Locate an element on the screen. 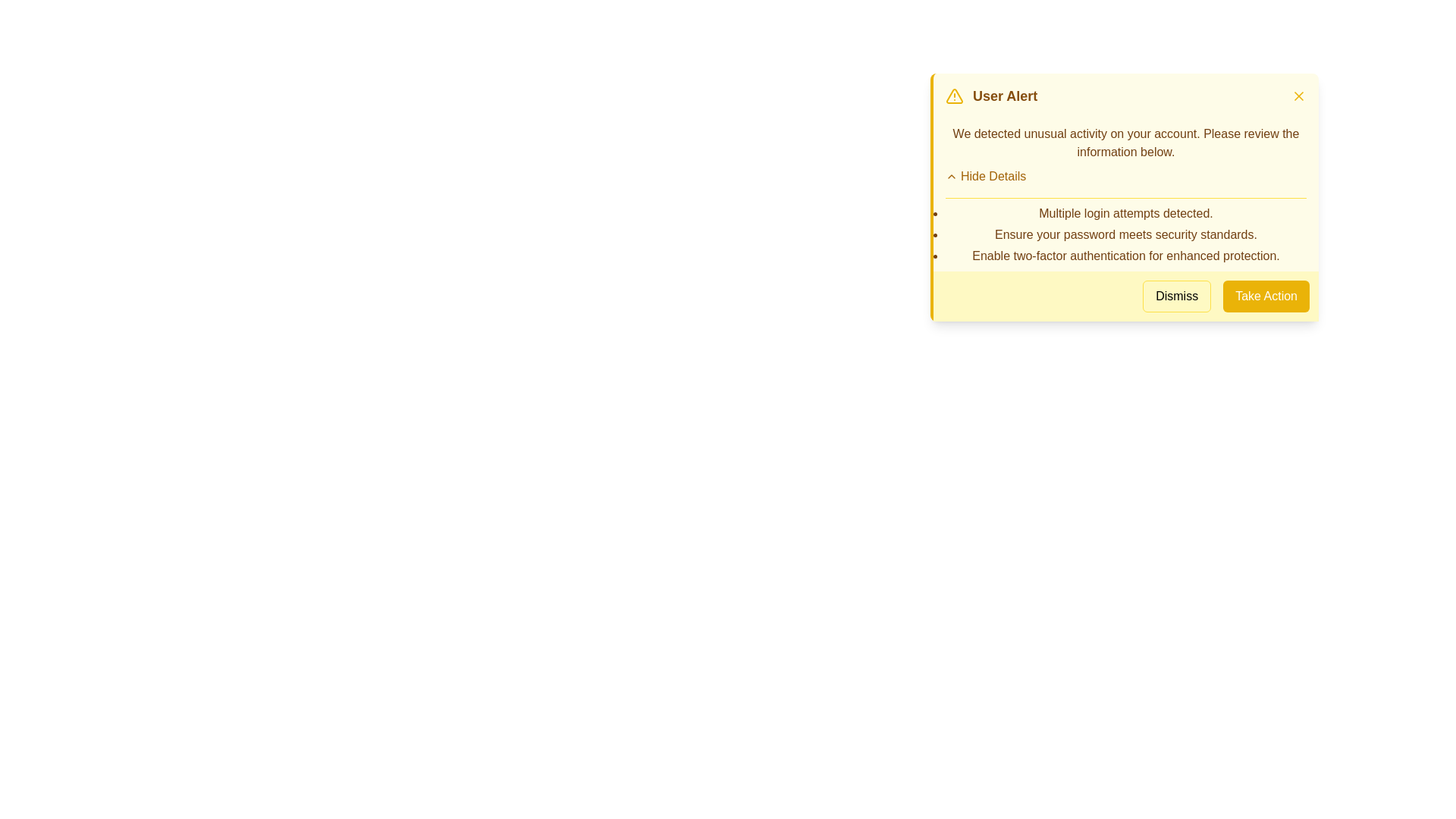  the informational text list with a yellow background and brown text, which provides security-related instructions, located below the 'Hide Details' link and above the 'Dismiss' and 'Take Action' buttons is located at coordinates (1125, 231).